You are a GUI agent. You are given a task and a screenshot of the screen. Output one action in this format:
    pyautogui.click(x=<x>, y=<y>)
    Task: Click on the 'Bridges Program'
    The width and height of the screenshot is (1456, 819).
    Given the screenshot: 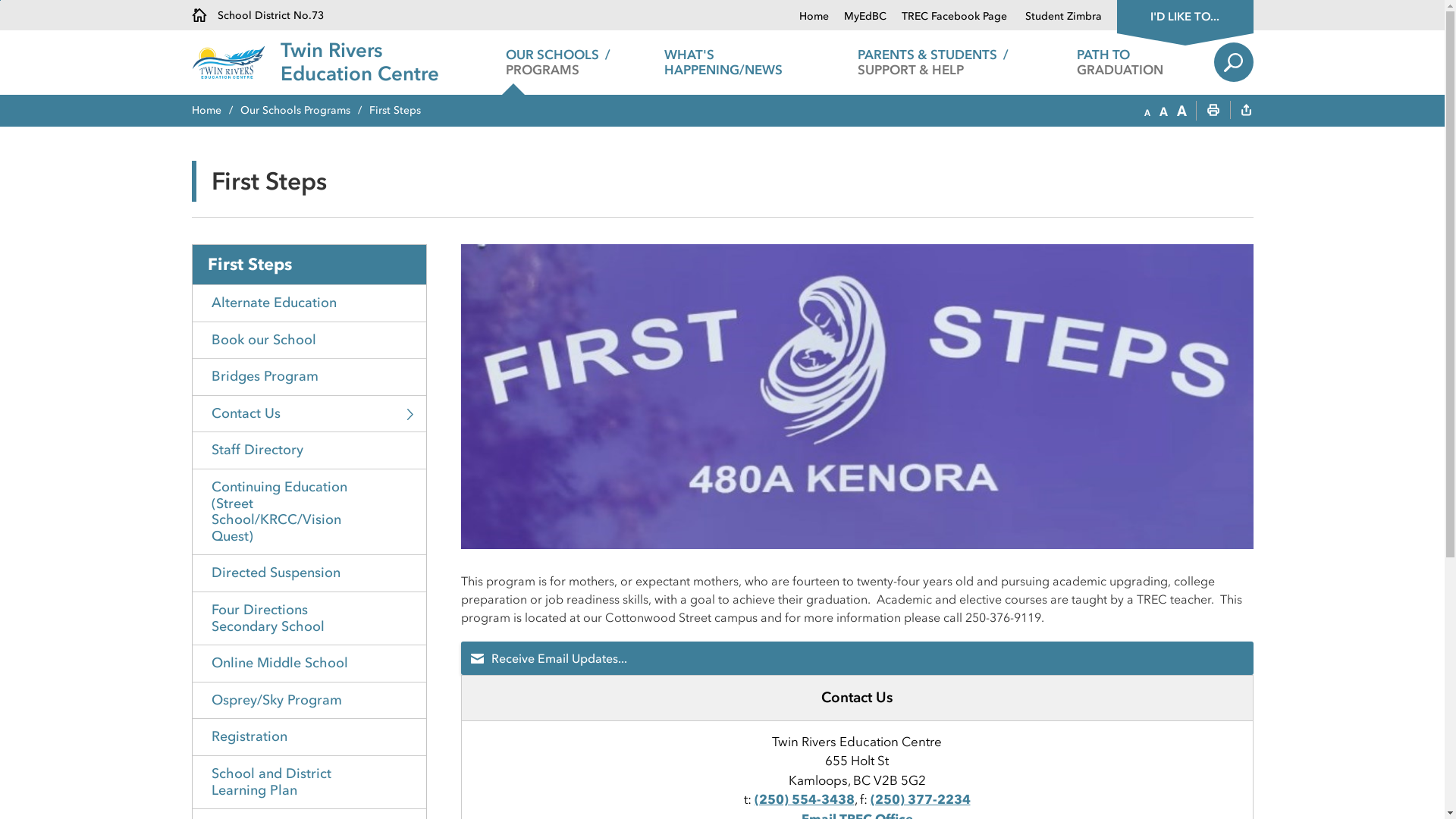 What is the action you would take?
    pyautogui.click(x=309, y=375)
    